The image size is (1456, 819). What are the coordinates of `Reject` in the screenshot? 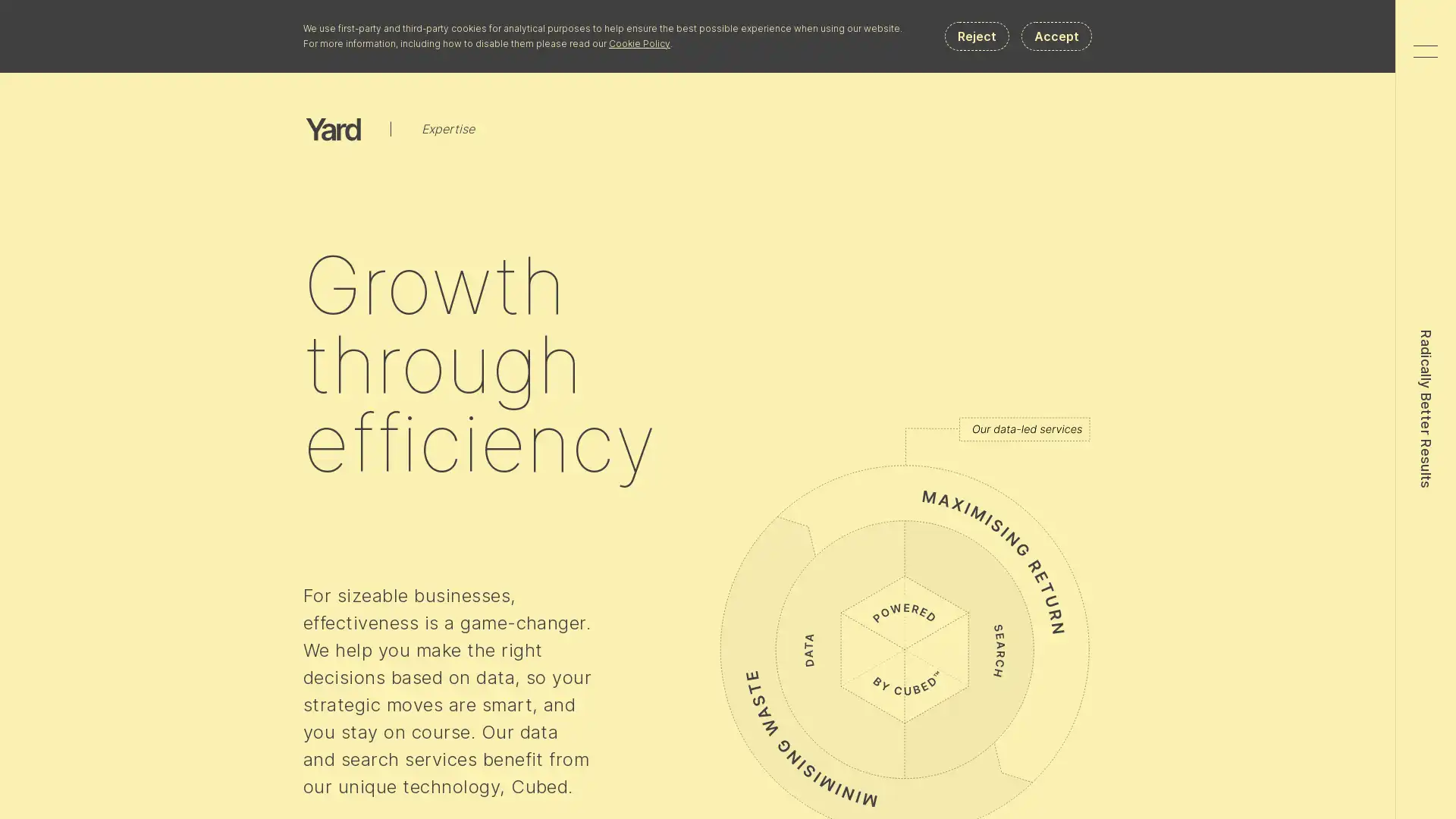 It's located at (977, 35).